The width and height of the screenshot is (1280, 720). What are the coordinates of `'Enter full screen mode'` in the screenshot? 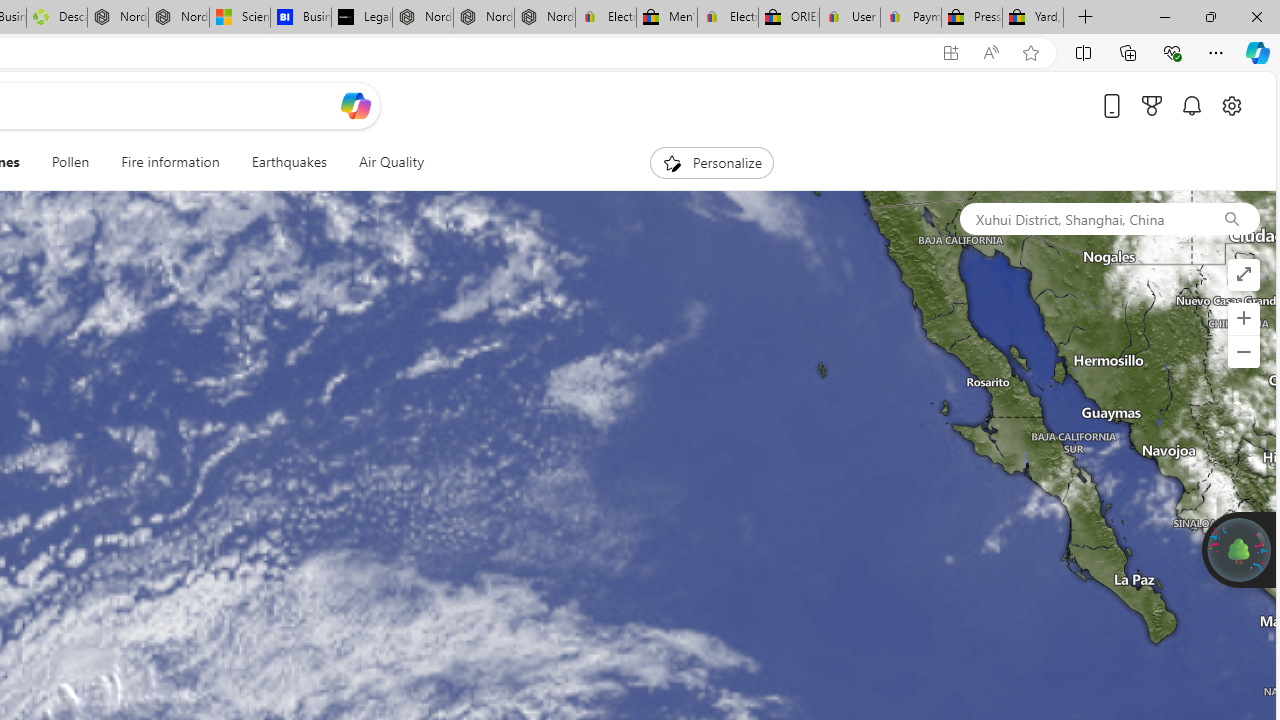 It's located at (1242, 275).